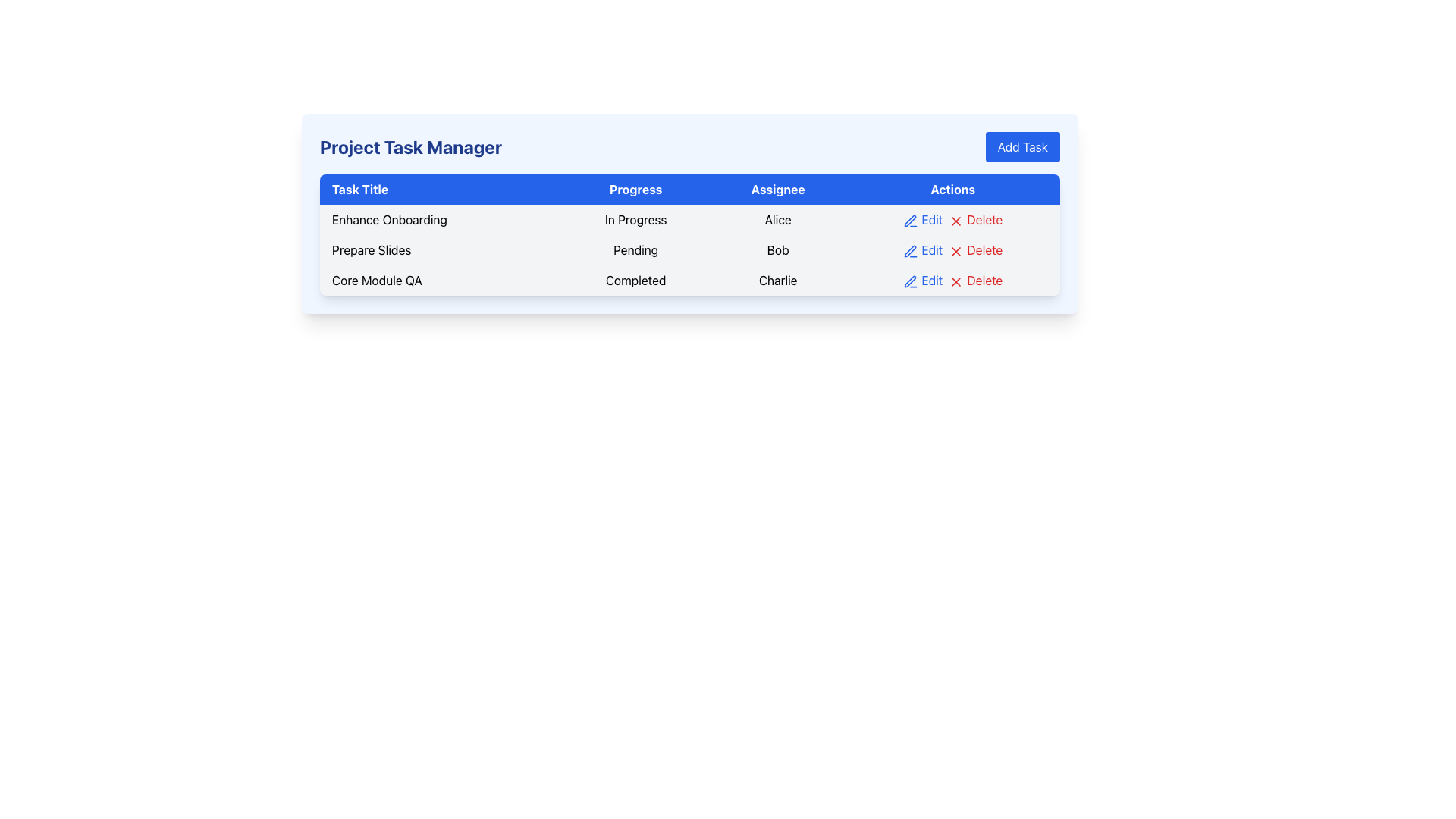 The height and width of the screenshot is (819, 1456). I want to click on the pen icon with a blue outline located next to the 'Edit' label in the Actions column of the task management table for the task titled 'Prepare Slides', so click(910, 250).